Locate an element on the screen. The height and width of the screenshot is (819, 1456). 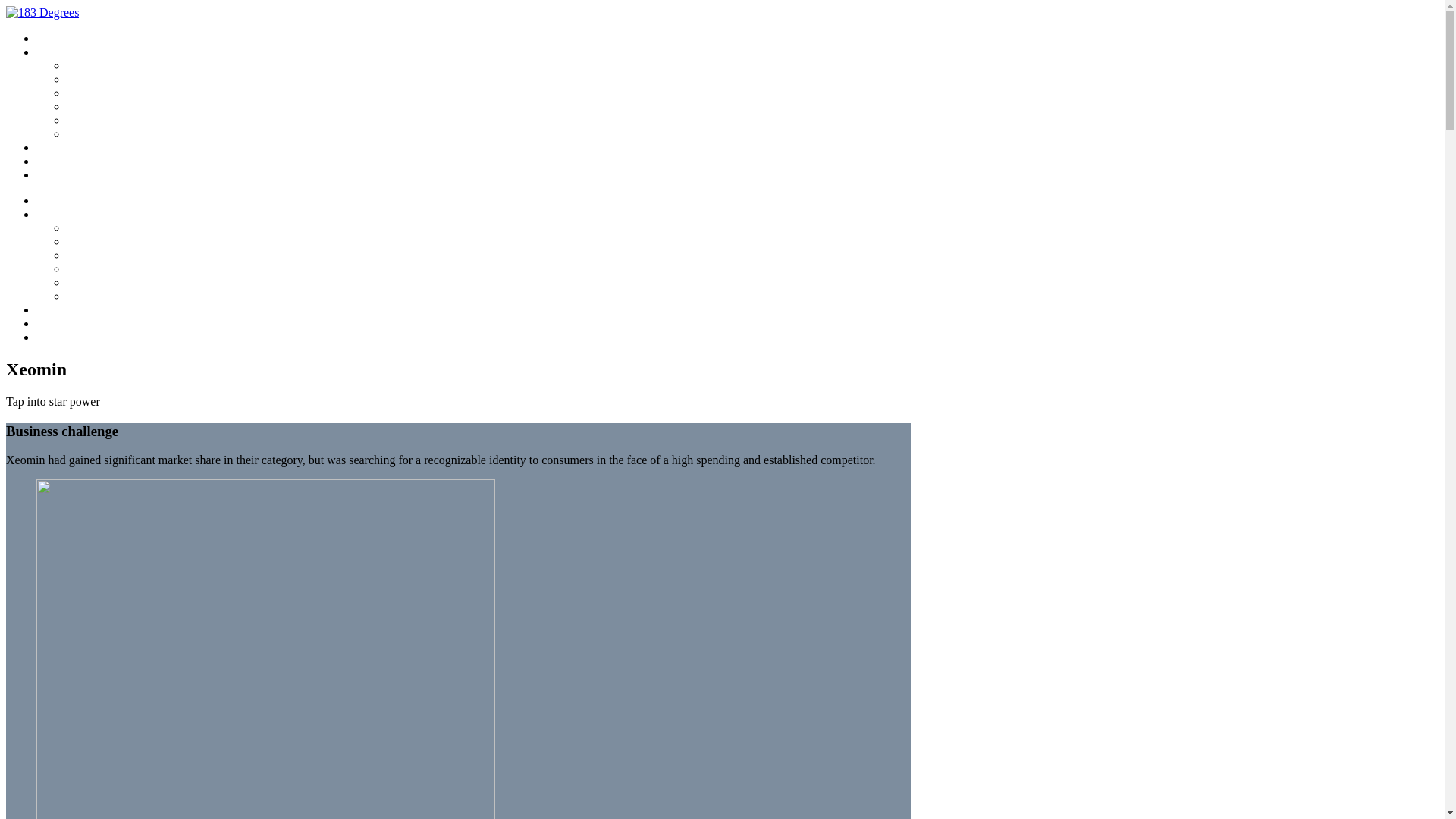
'Hill Physicians' is located at coordinates (100, 241).